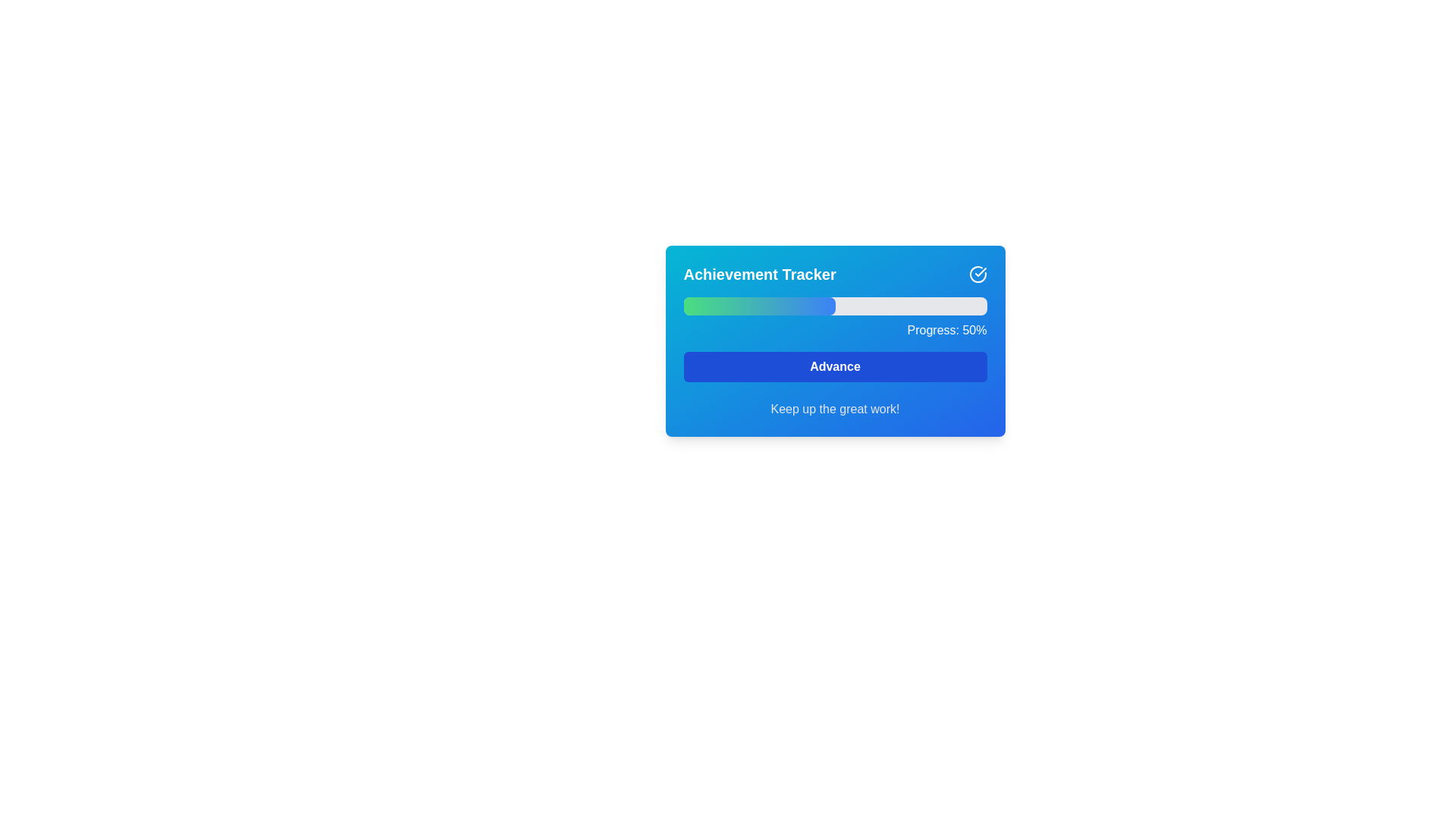 This screenshot has width=1456, height=819. Describe the element at coordinates (834, 409) in the screenshot. I see `motivational text displayed in the text component with a light blue background that says 'Keep up the great work!', located at the bottom of the 'Achievement Tracker' card` at that location.